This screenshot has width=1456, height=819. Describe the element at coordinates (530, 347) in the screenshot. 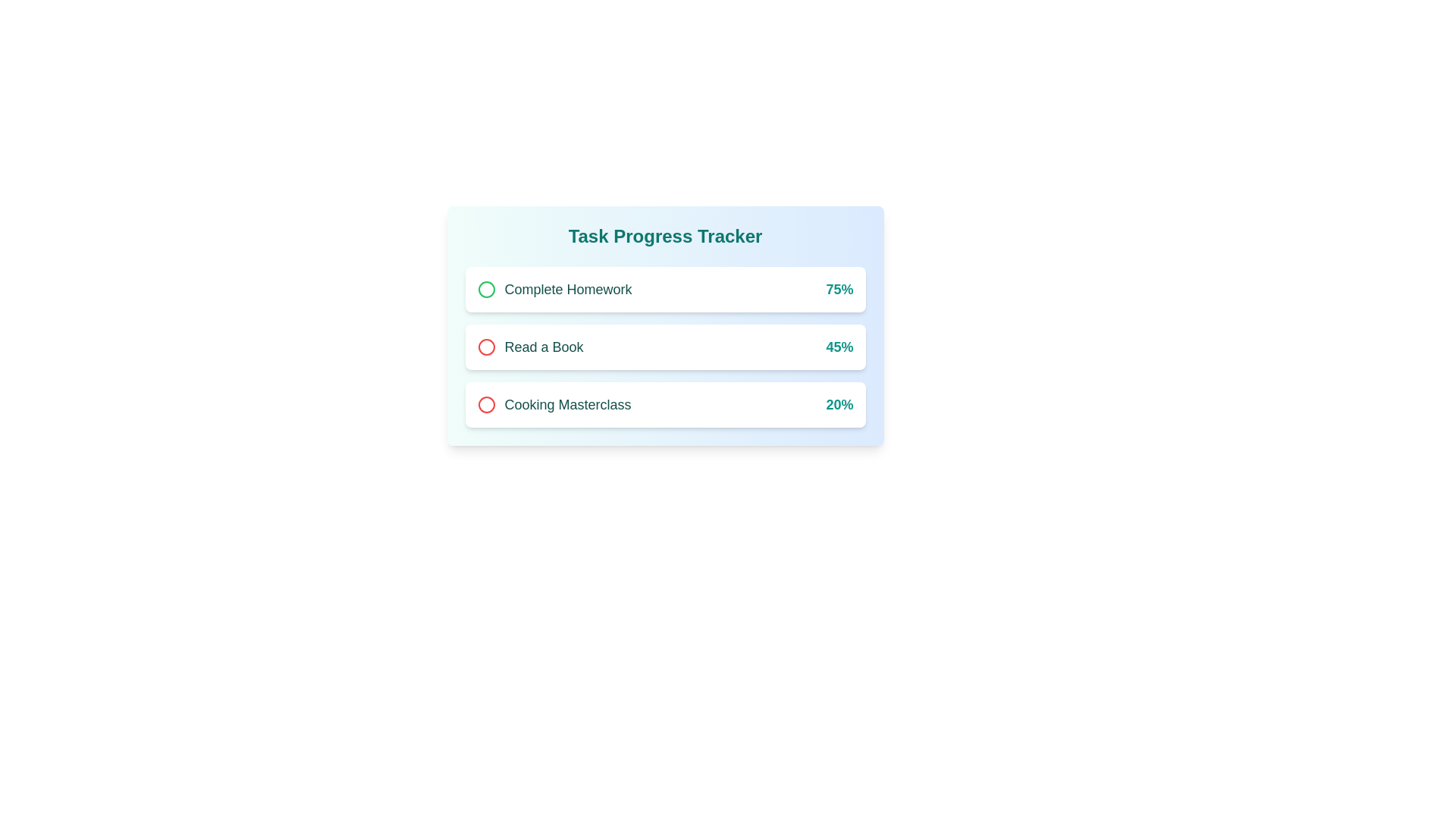

I see `the text 'Read a Book' which is styled with a medium-sized sans-serif font and teal color, located below 'Complete Homework' and above 'Cooking Masterclass'` at that location.